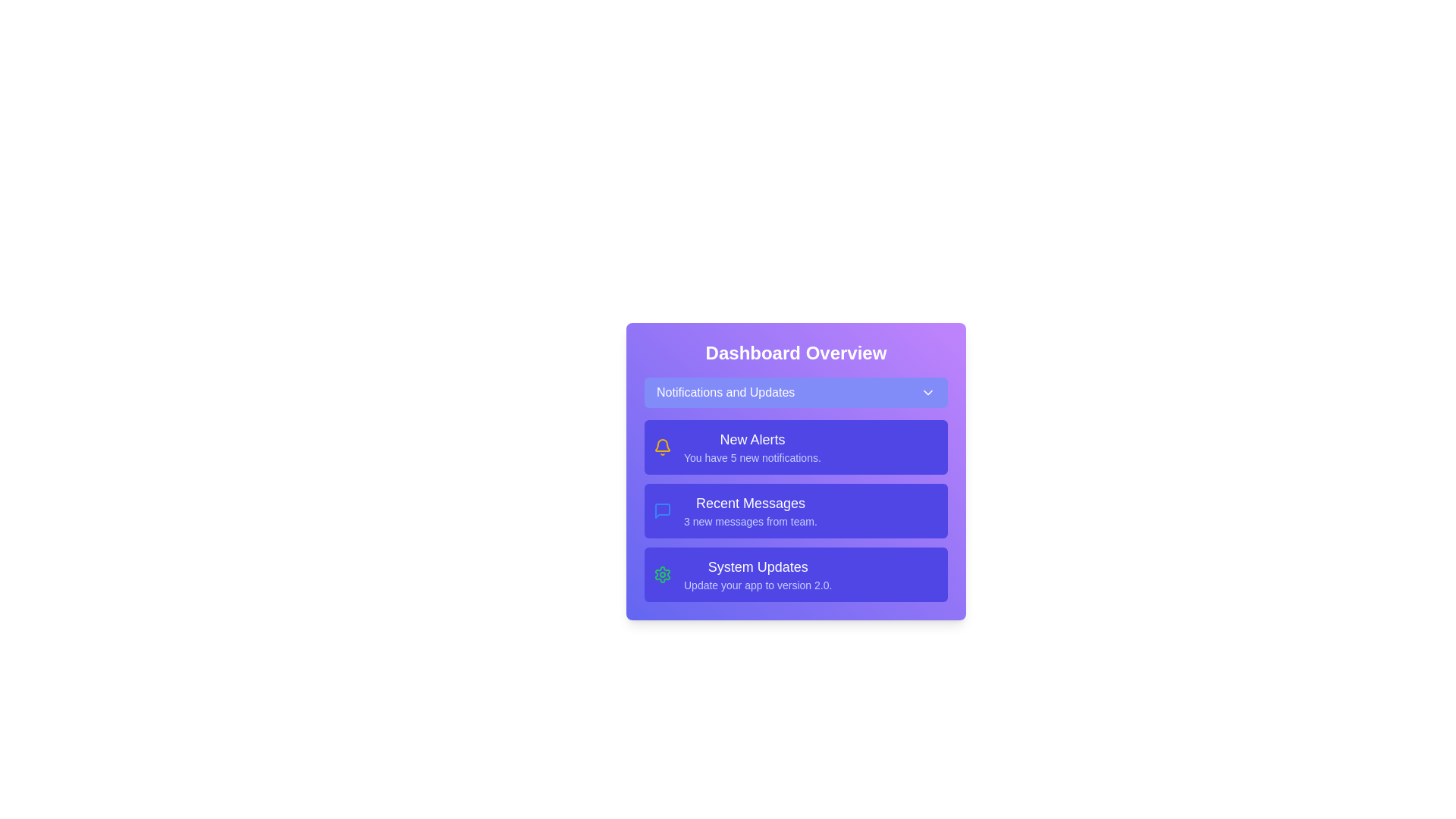 This screenshot has height=819, width=1456. I want to click on 'Notifications and Updates' button to toggle the menu visibility, so click(795, 391).